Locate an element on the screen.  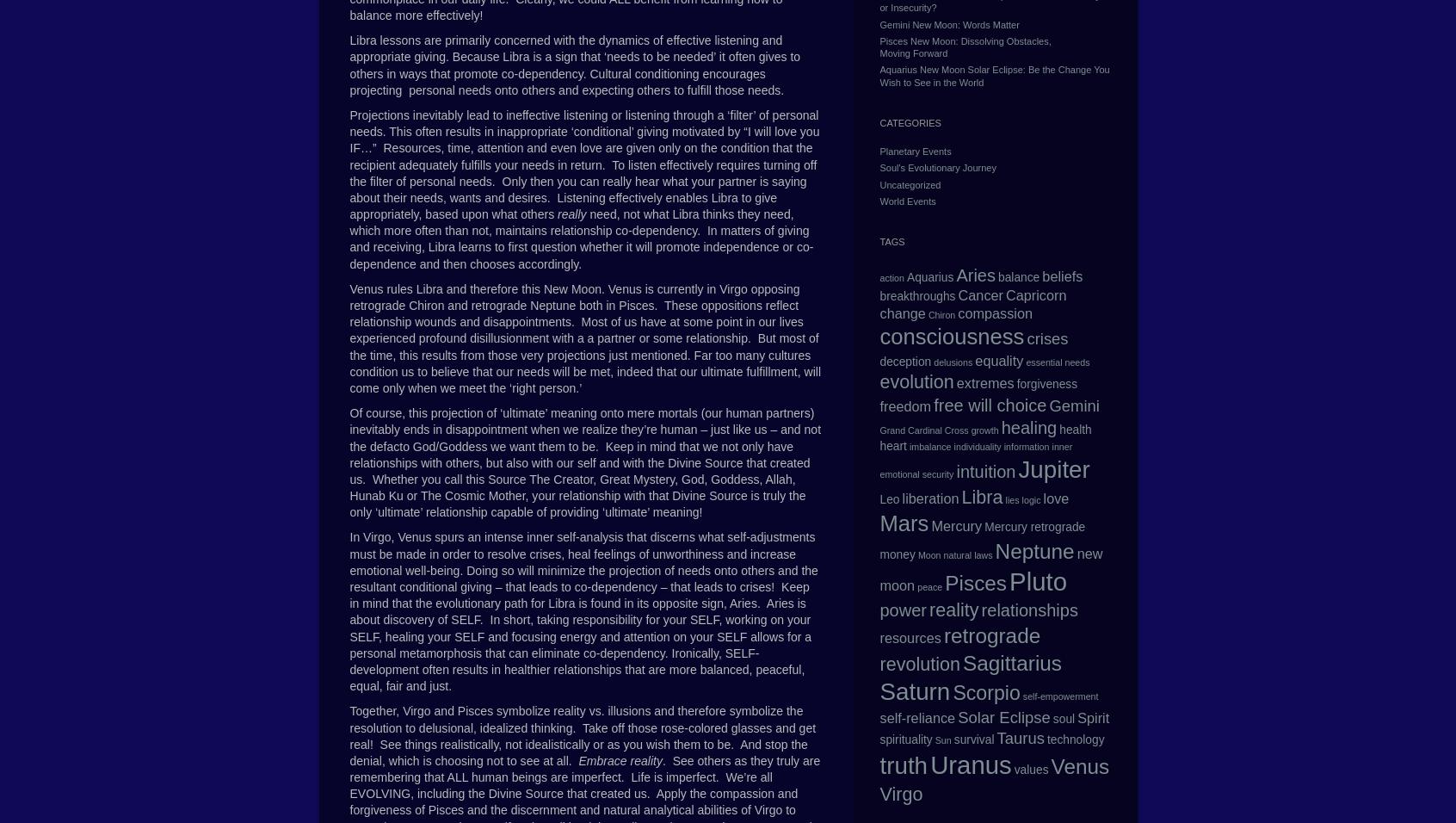
'Solar Eclipse' is located at coordinates (1003, 716).